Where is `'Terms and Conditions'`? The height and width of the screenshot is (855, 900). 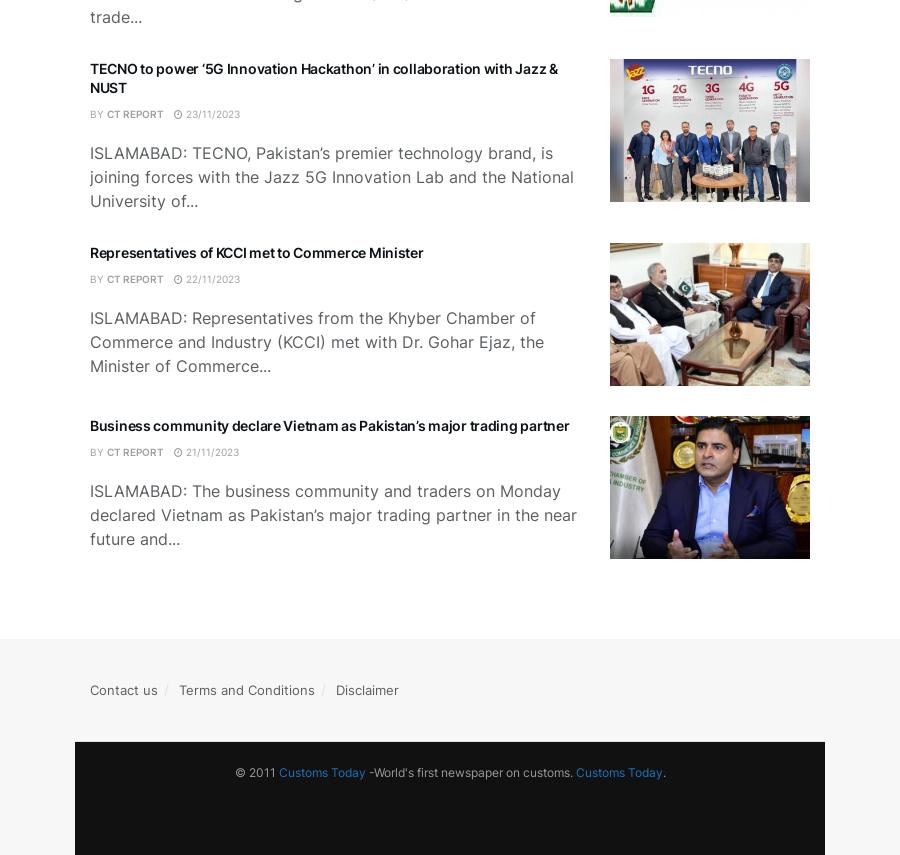
'Terms and Conditions' is located at coordinates (245, 689).